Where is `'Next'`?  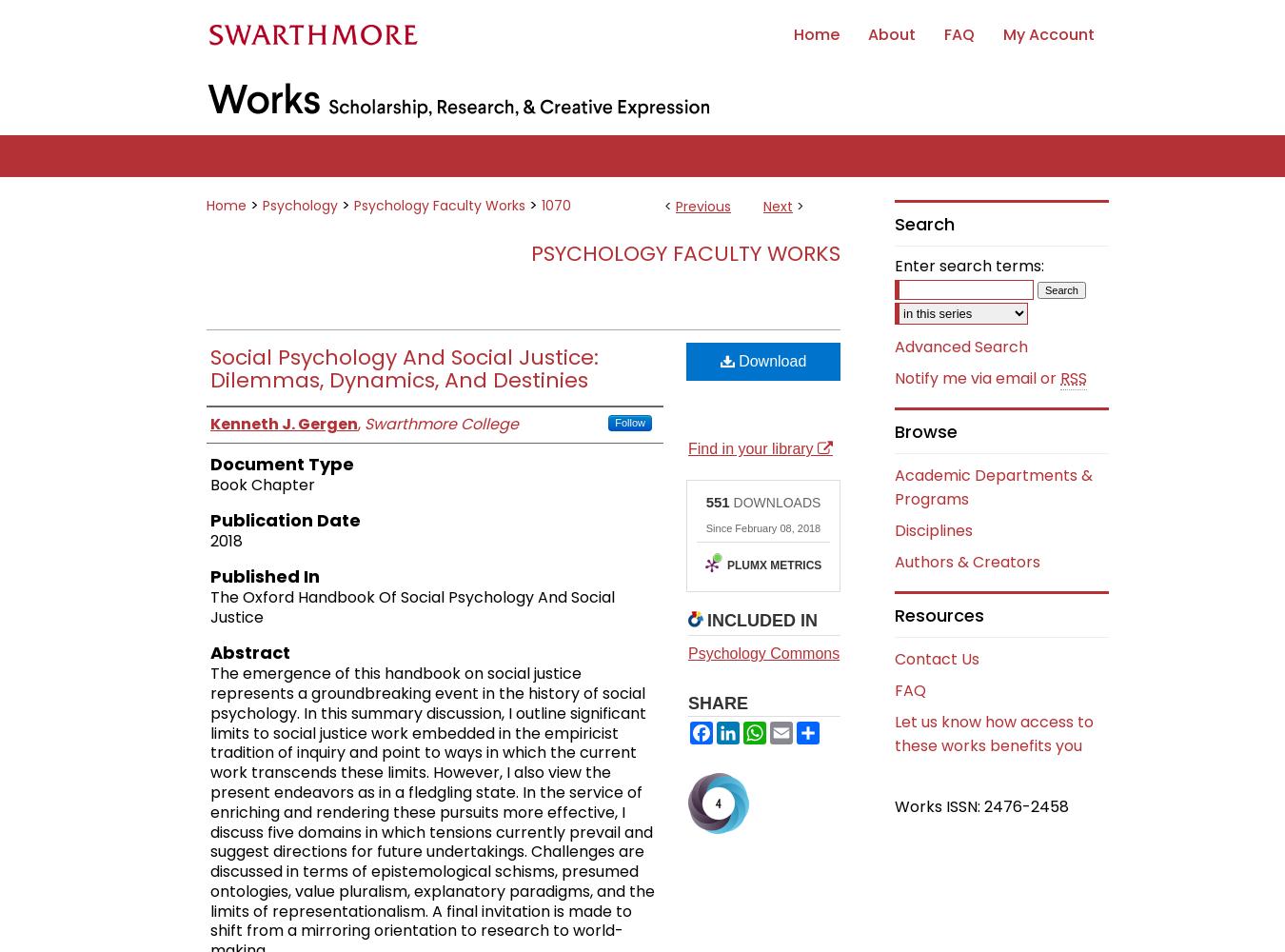 'Next' is located at coordinates (778, 206).